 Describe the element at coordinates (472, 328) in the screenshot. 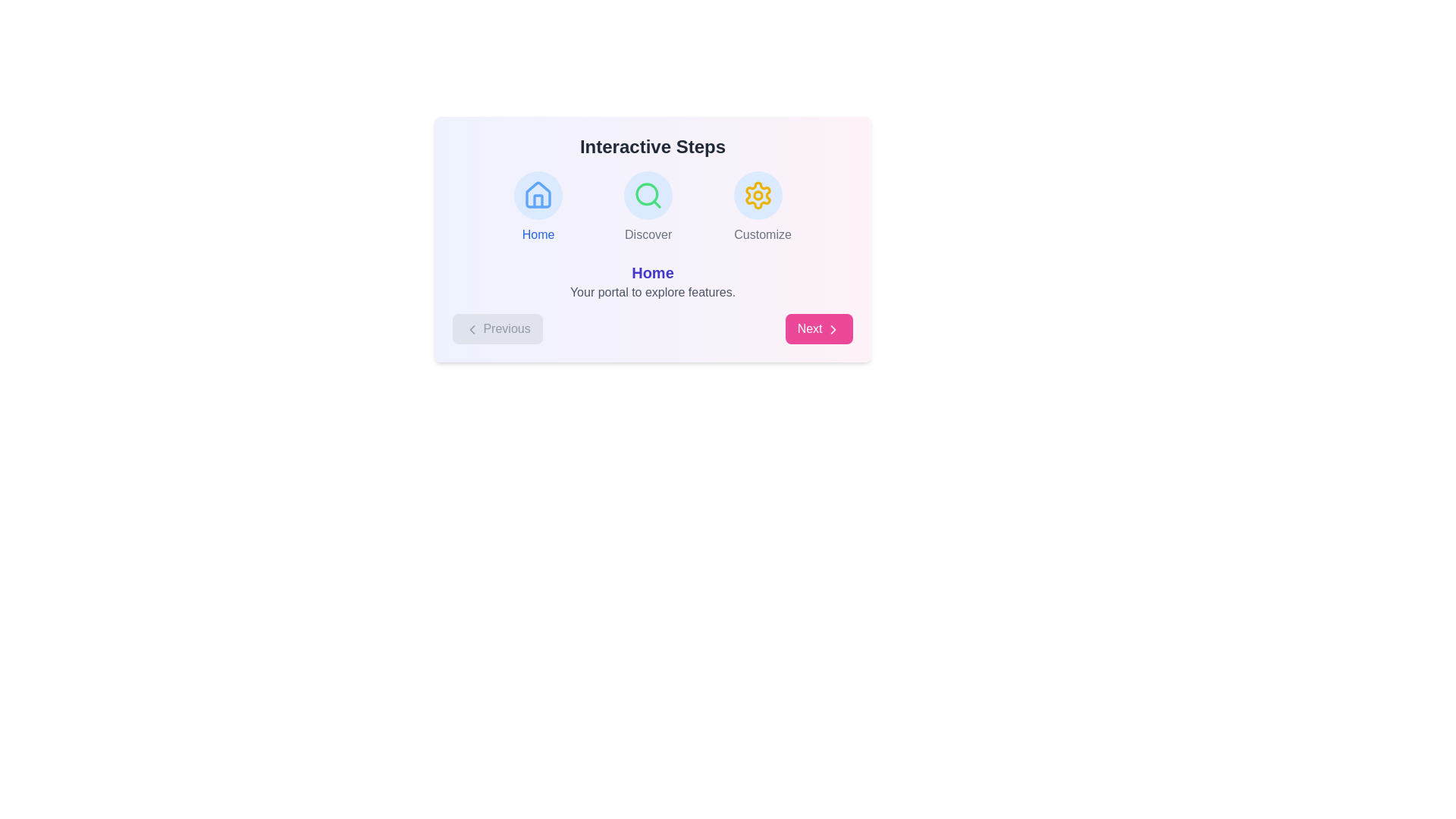

I see `the backward navigation SVG icon located within the 'Previous' button at the bottom-left of the card interface` at that location.